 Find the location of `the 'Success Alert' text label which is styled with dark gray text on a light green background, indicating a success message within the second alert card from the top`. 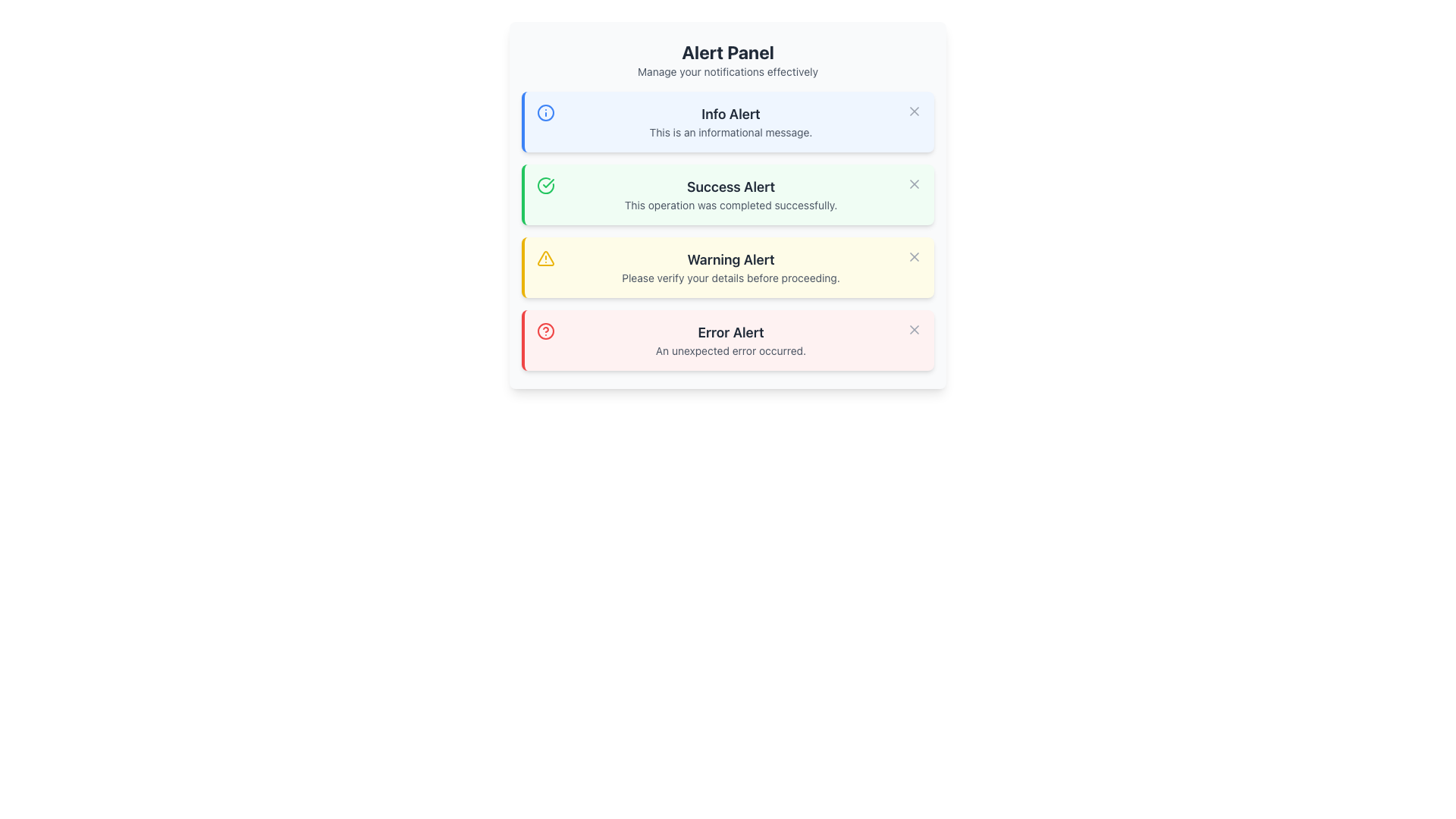

the 'Success Alert' text label which is styled with dark gray text on a light green background, indicating a success message within the second alert card from the top is located at coordinates (731, 186).